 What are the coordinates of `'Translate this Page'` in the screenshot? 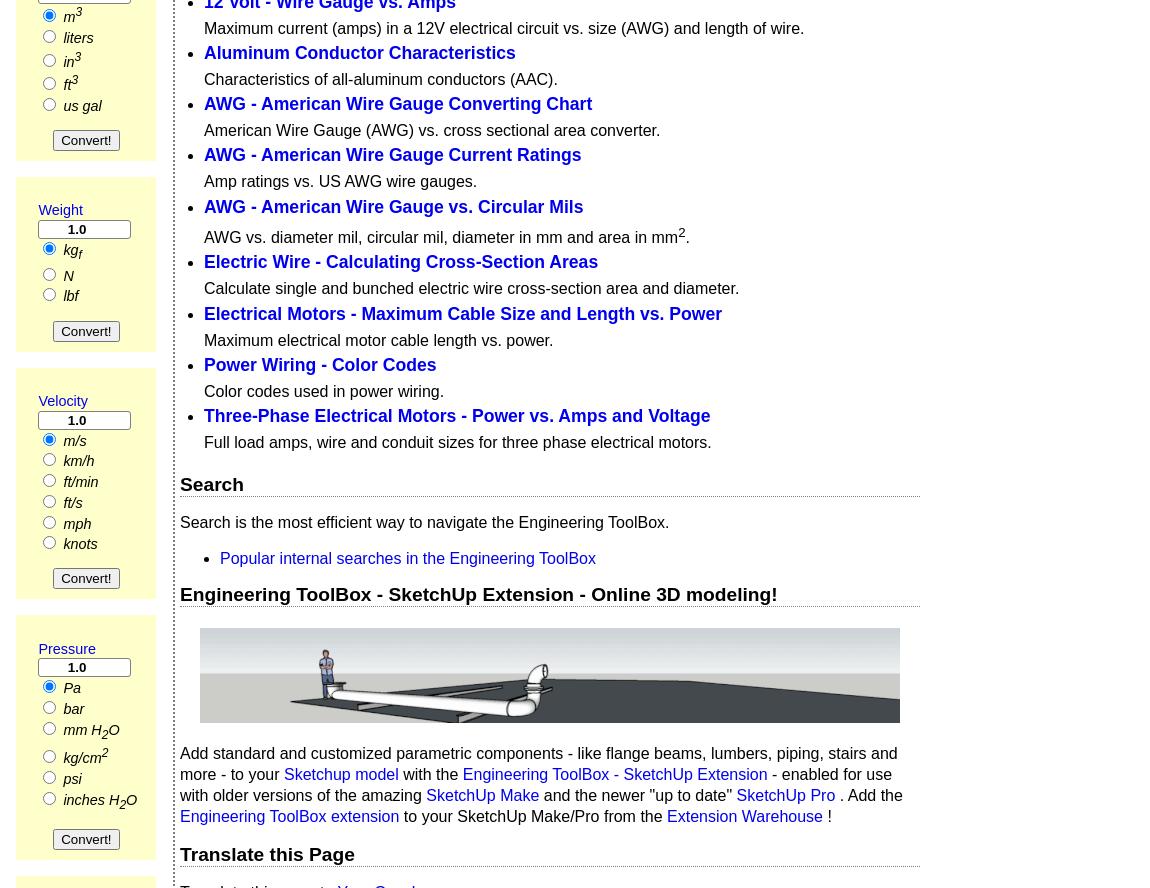 It's located at (266, 852).